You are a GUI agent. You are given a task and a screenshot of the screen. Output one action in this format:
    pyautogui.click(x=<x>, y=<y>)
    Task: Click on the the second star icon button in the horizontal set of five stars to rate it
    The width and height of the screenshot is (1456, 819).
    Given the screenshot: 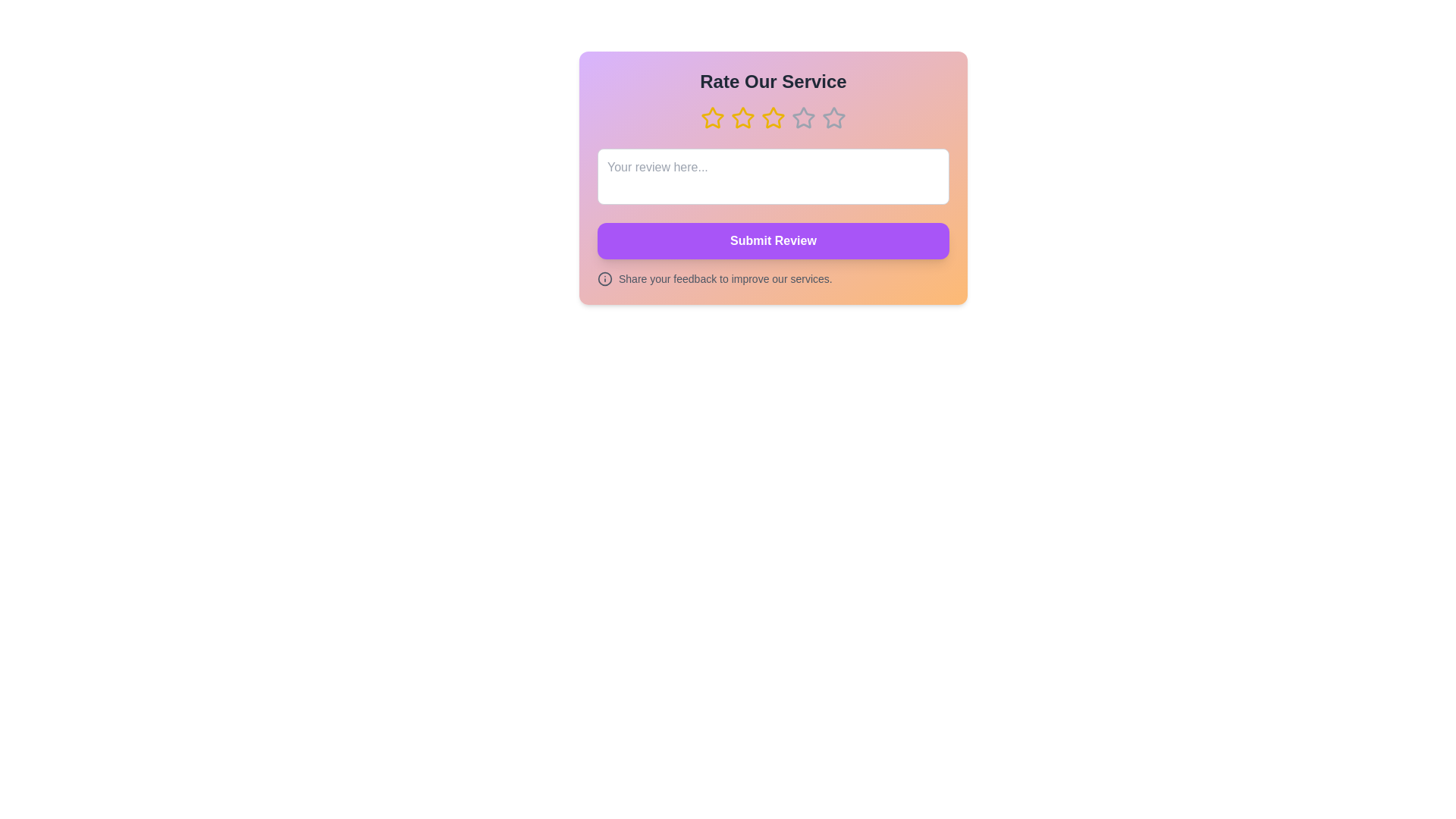 What is the action you would take?
    pyautogui.click(x=742, y=117)
    